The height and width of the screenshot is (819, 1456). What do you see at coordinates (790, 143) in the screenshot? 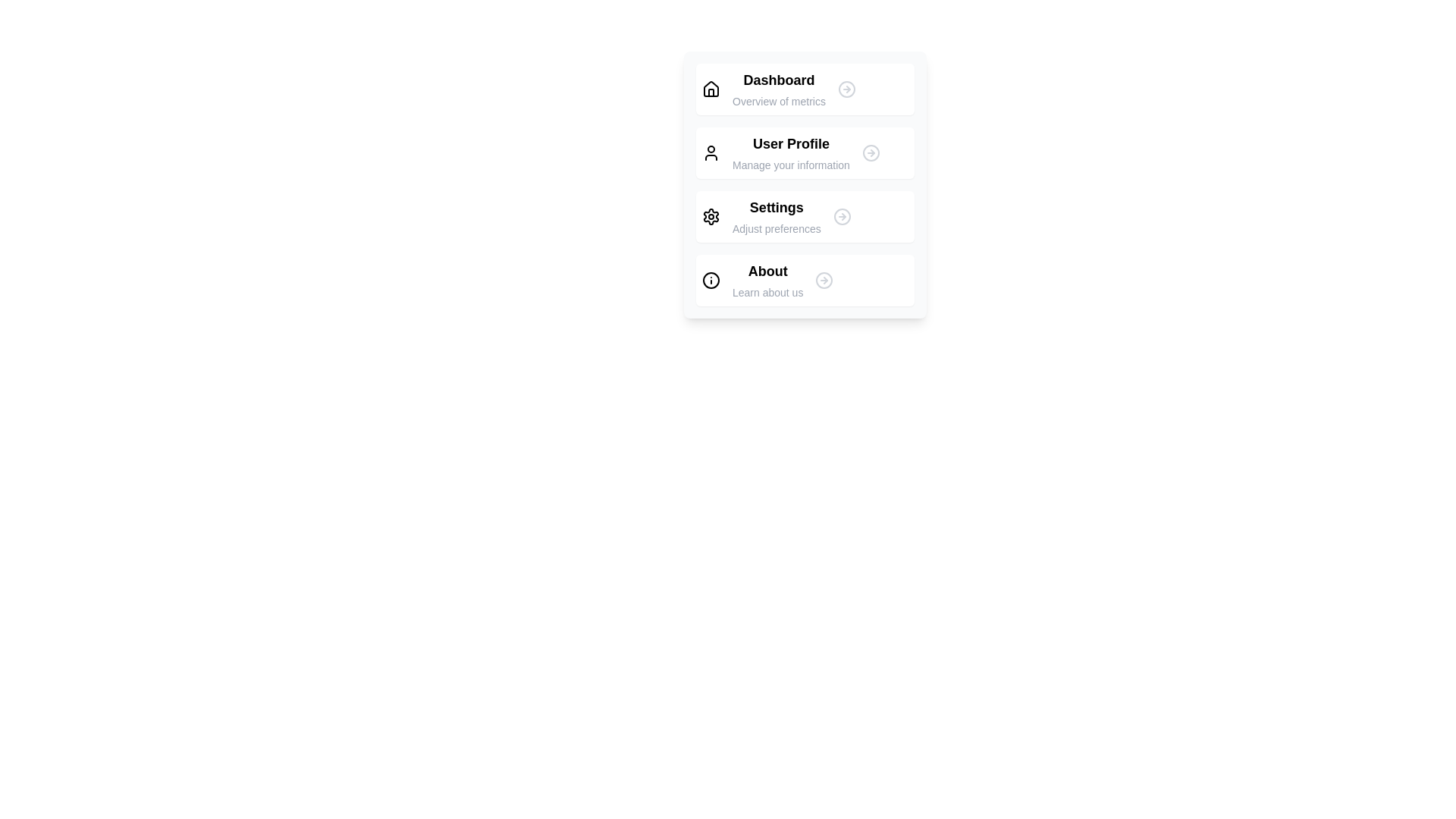
I see `the 'User Profile' text label, which serves as a header for the user profile section, positioned in the second section of a vertical list of four sections` at bounding box center [790, 143].